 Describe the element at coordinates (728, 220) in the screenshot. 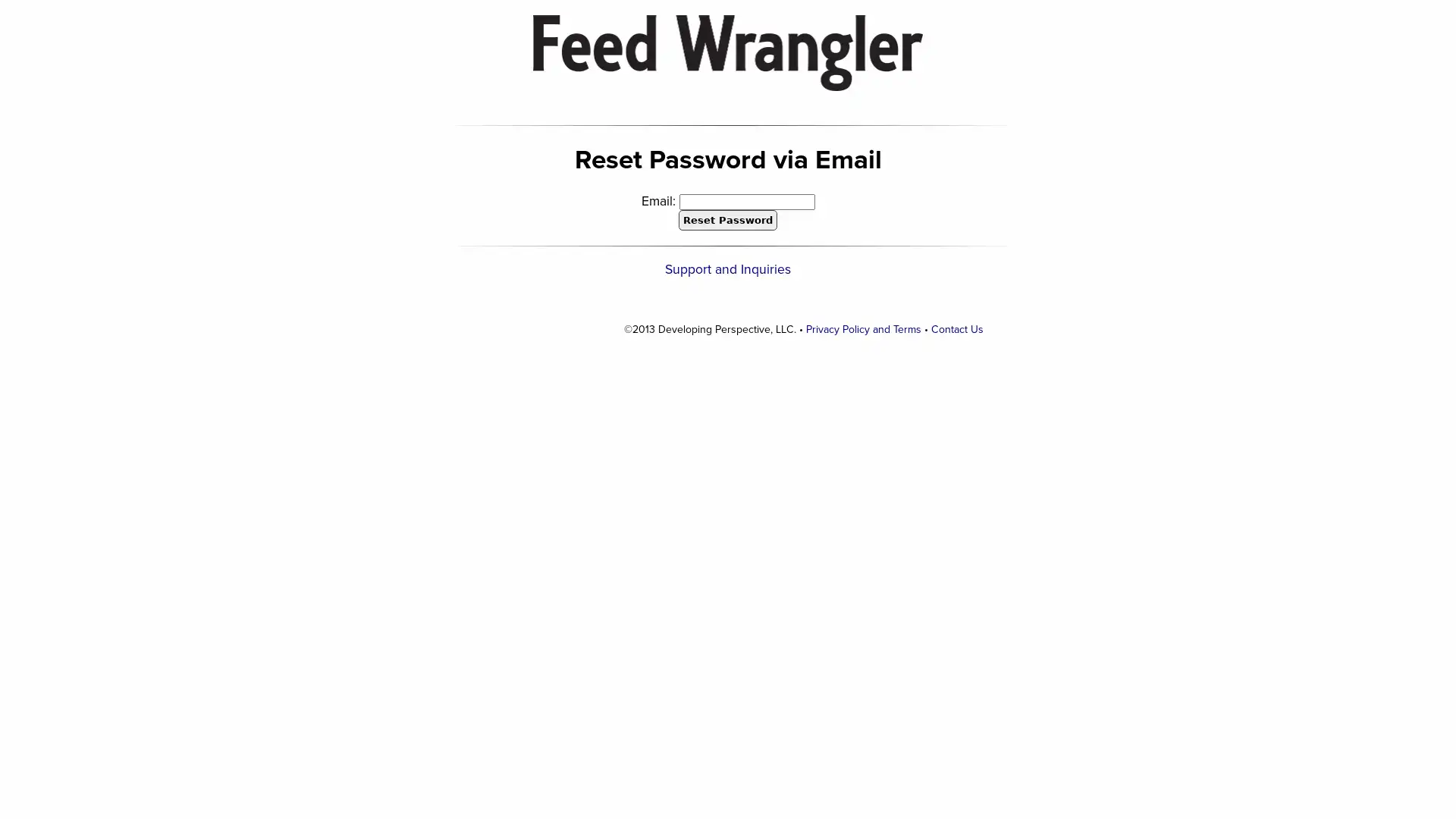

I see `Reset Password` at that location.